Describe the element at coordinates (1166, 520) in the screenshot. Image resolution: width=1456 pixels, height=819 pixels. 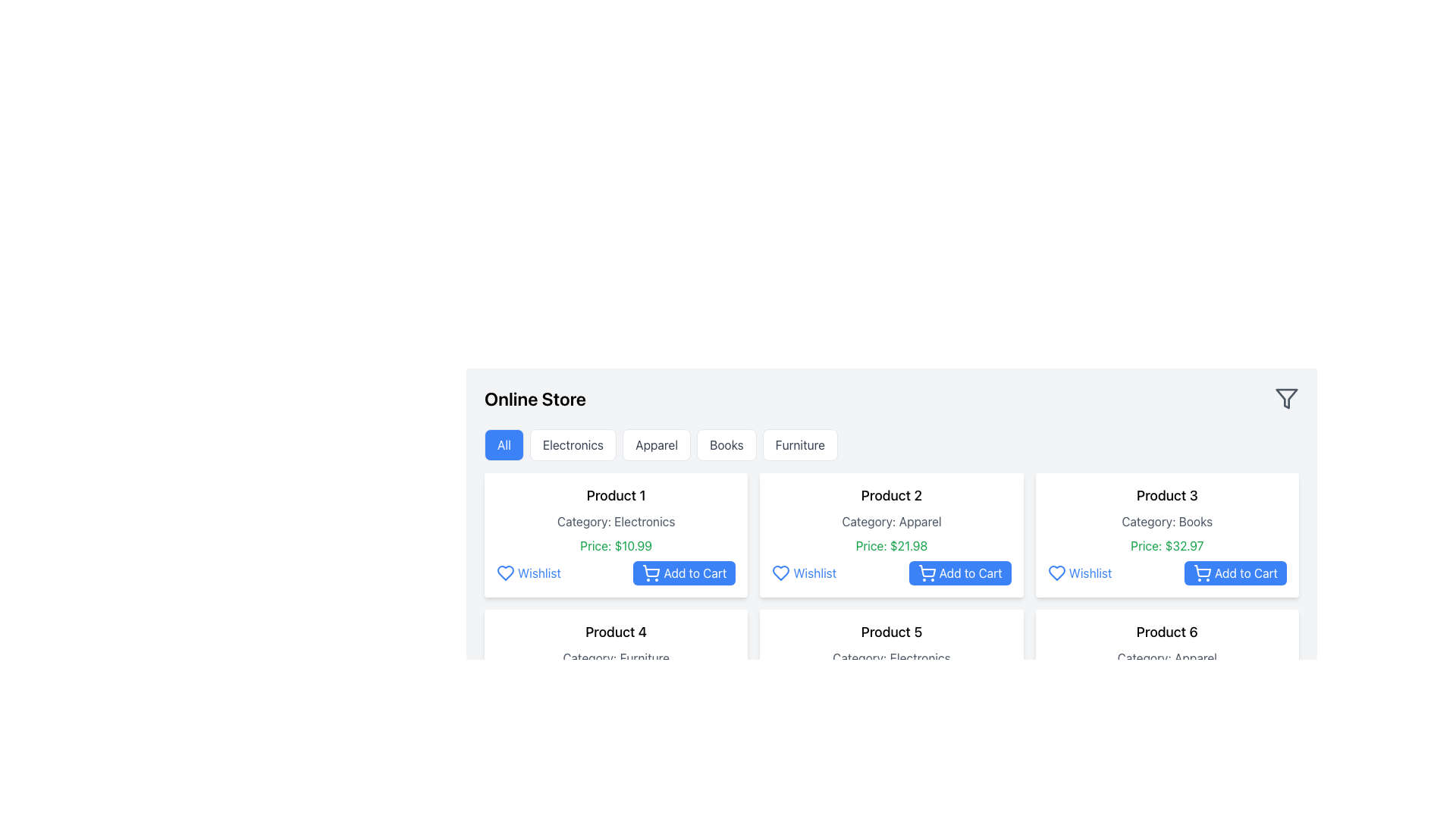
I see `the gray text label that reads 'Category: Books', located within the Product 3 card, positioned beneath the 'Product 3' title and above the 'Price: $32.97'` at that location.